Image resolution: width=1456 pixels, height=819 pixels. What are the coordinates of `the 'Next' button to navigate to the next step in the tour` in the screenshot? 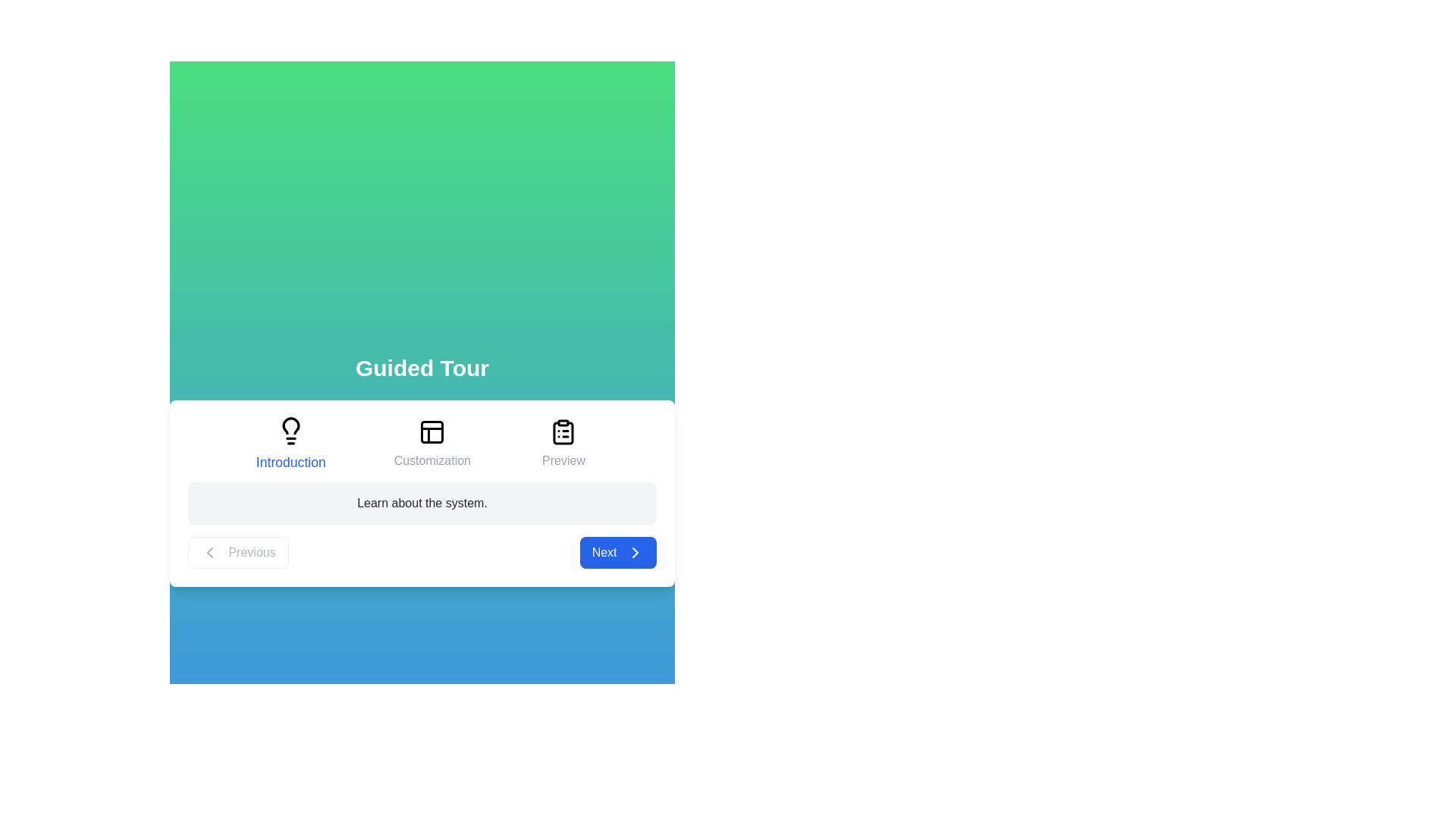 It's located at (618, 553).